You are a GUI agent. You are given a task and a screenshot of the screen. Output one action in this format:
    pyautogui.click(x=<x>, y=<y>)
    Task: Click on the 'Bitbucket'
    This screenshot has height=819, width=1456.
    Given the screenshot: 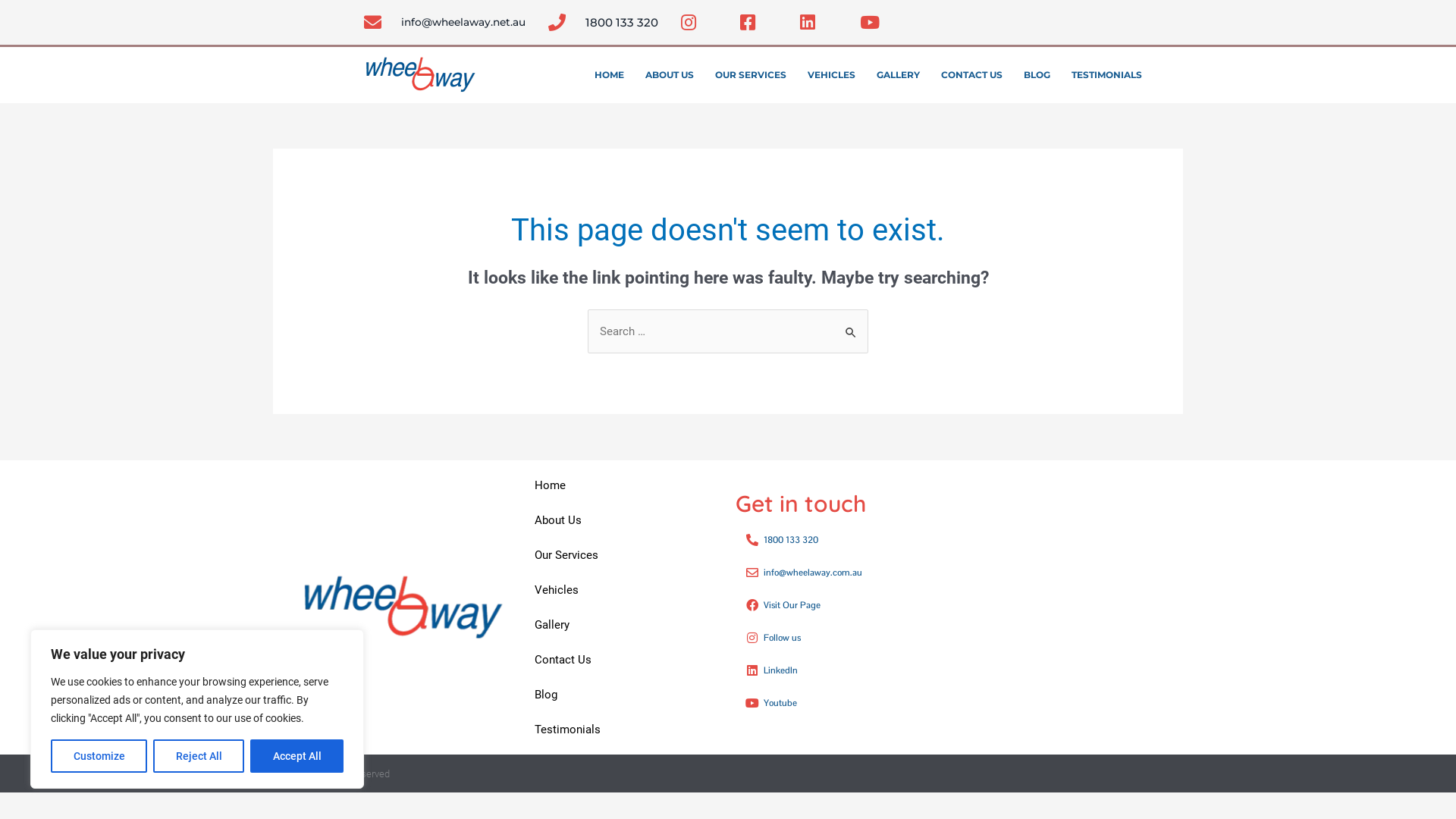 What is the action you would take?
    pyautogui.click(x=1129, y=18)
    